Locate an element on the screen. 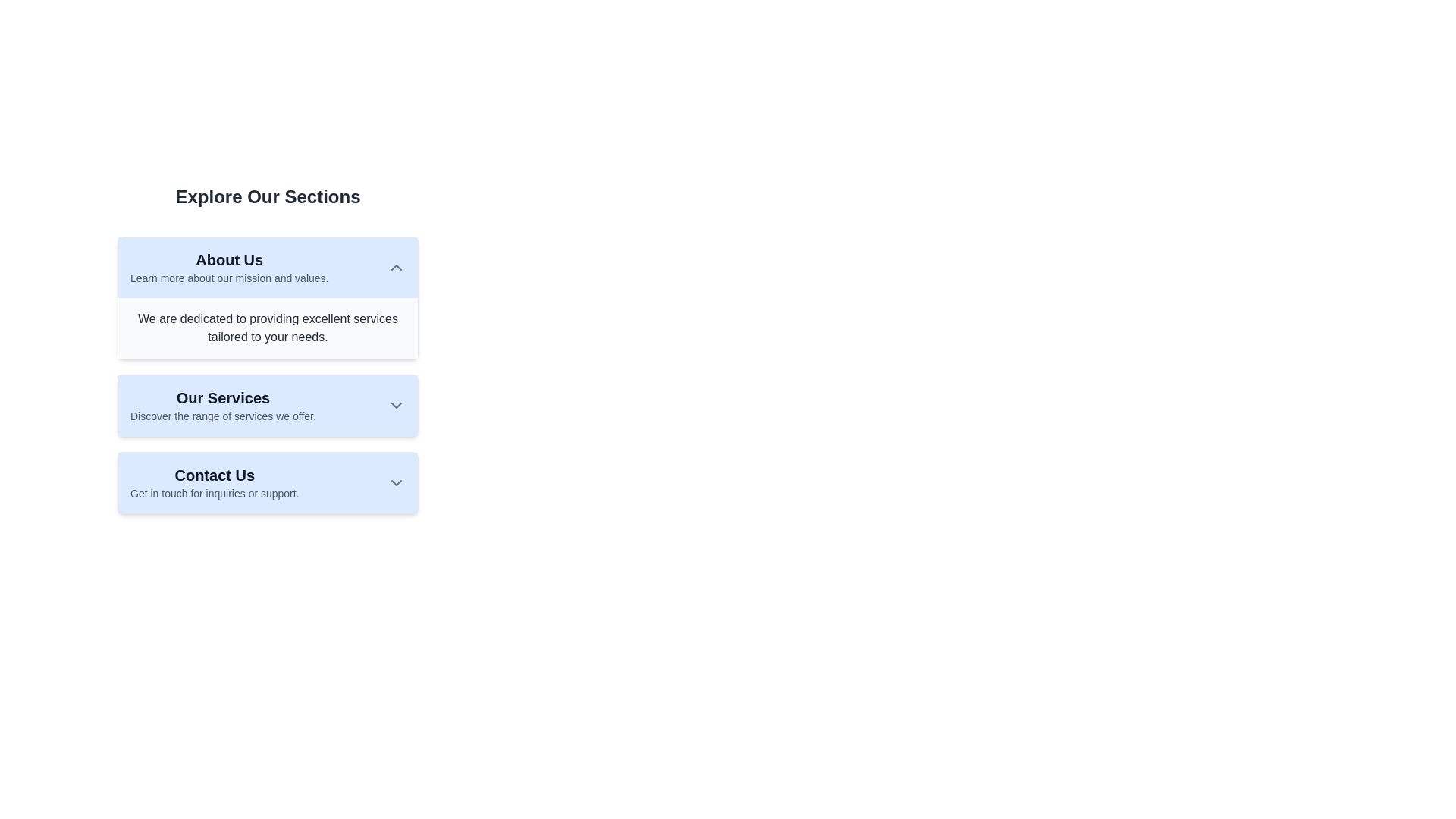 The image size is (1456, 819). the descriptive text block stating: 'We are dedicated to providing excellent services tailored to your needs.' located below the blue title bar 'About Us' in the first section of the expandable card is located at coordinates (268, 343).